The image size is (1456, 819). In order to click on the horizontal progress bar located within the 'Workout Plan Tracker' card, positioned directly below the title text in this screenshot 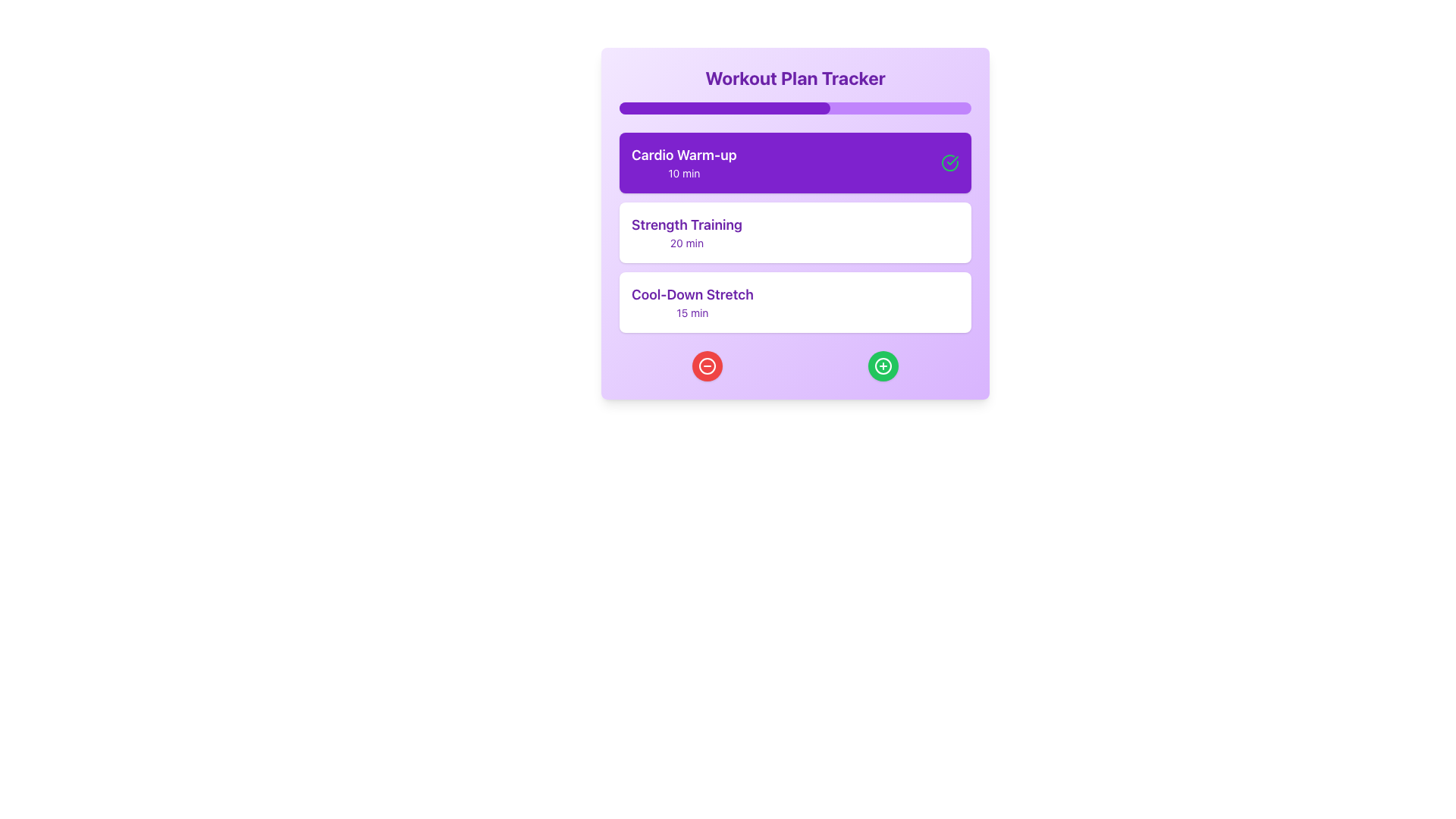, I will do `click(795, 107)`.